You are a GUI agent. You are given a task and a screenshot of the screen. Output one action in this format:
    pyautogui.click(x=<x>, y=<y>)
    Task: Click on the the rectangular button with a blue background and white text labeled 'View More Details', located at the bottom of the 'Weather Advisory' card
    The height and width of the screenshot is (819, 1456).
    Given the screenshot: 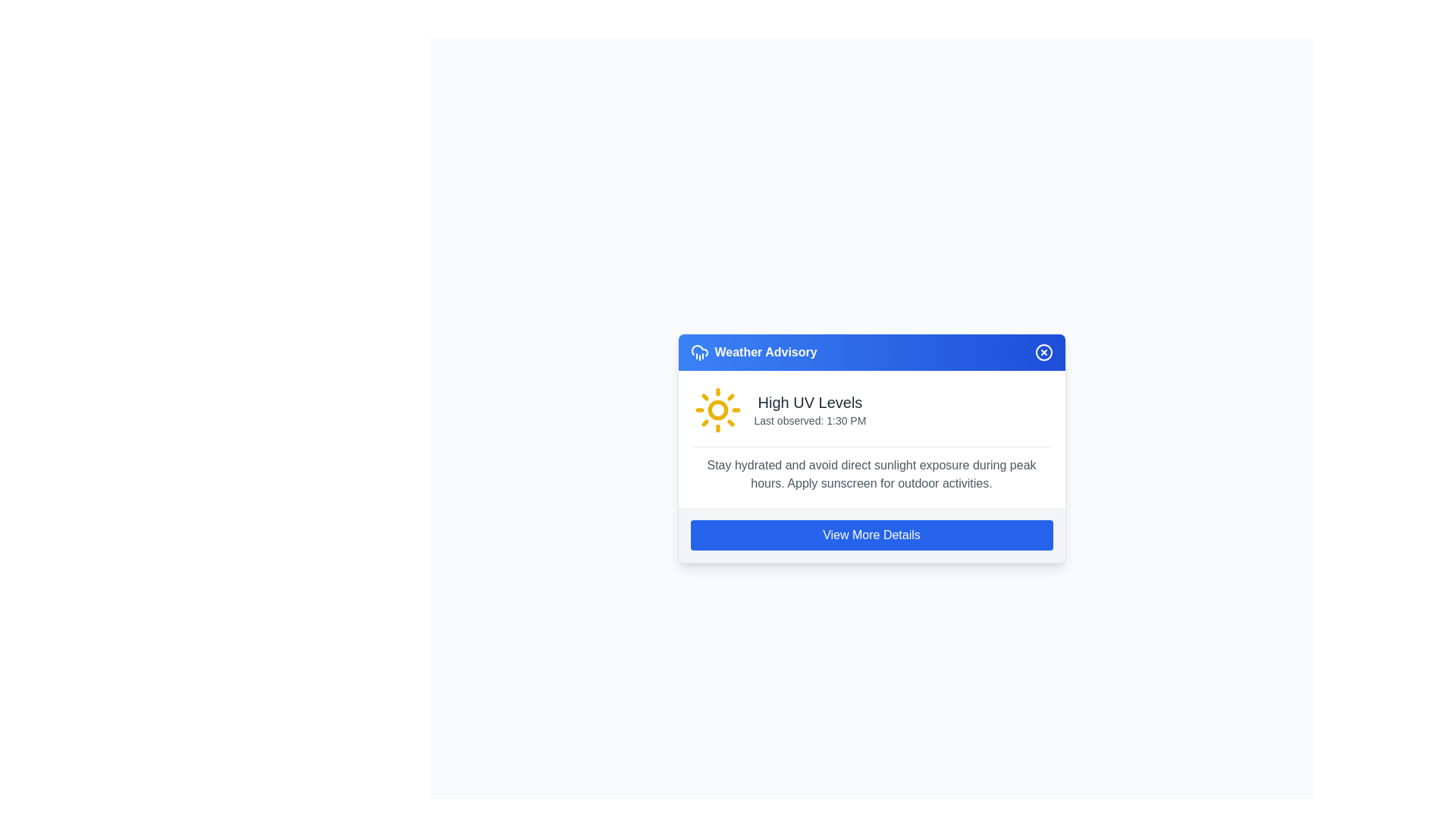 What is the action you would take?
    pyautogui.click(x=871, y=534)
    